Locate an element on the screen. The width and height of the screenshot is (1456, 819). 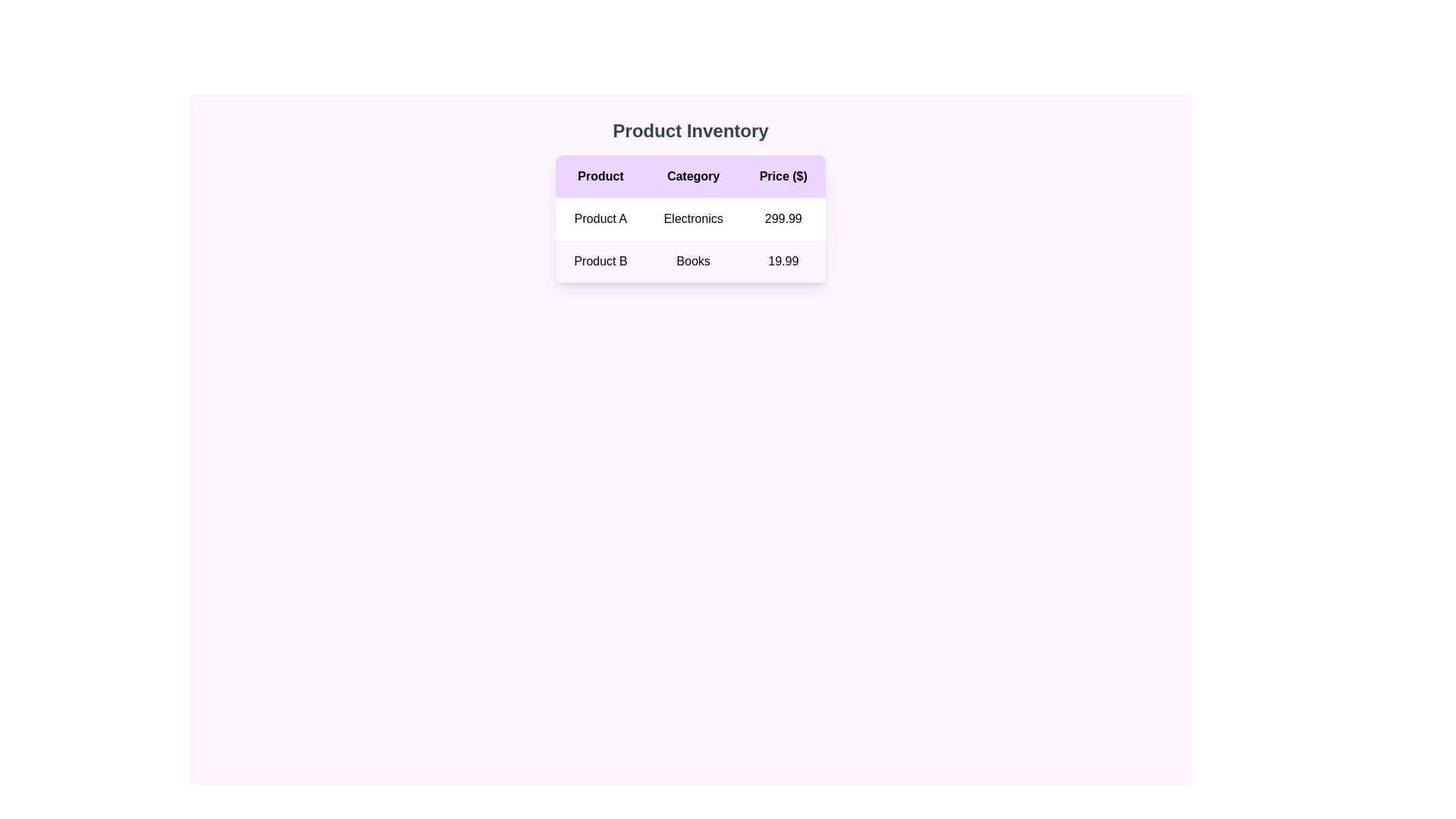
text displayed in the first column and first row of the product table, which identifies 'Product A' as the product name is located at coordinates (600, 219).